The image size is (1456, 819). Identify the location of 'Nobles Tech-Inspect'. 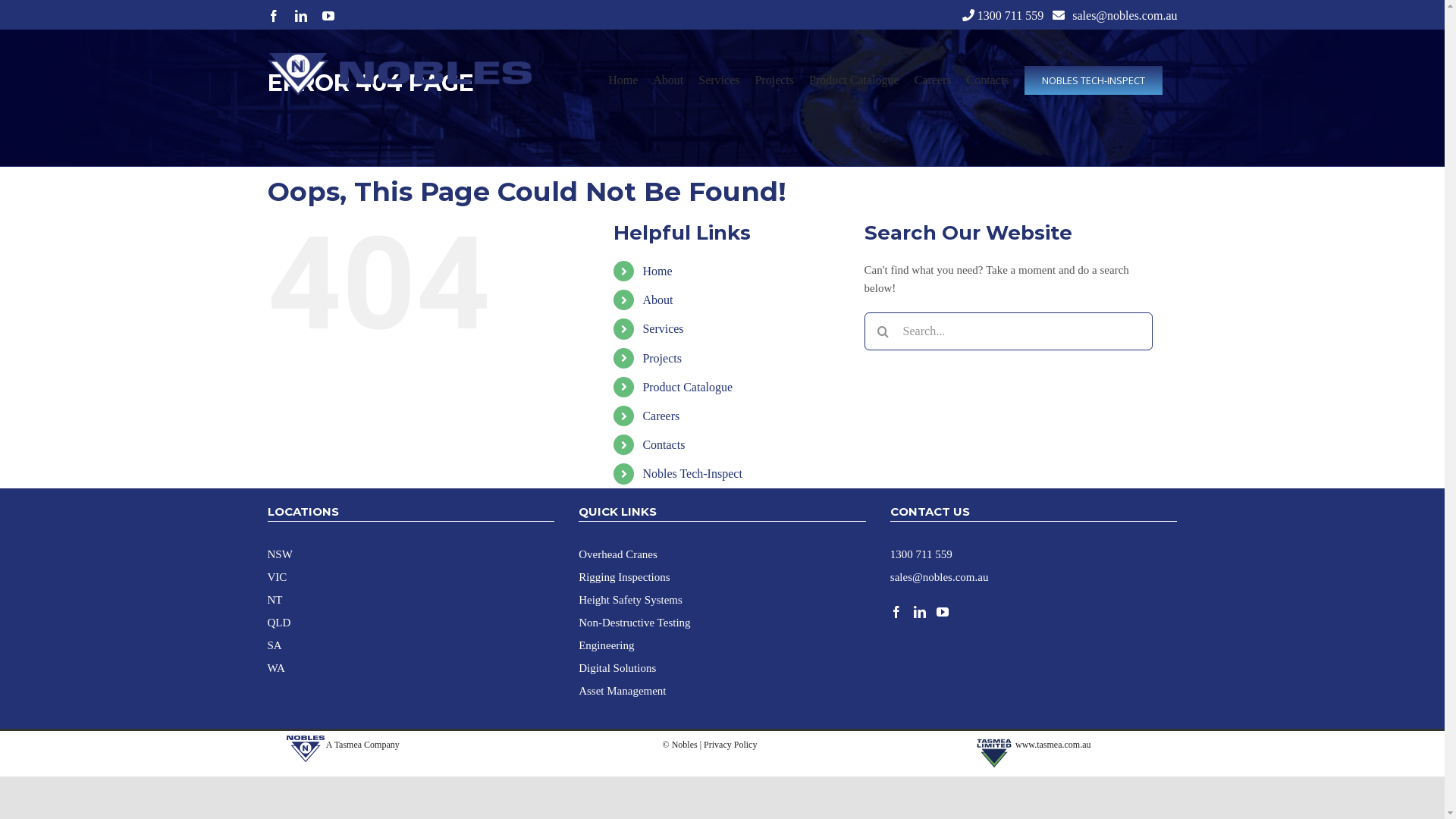
(691, 472).